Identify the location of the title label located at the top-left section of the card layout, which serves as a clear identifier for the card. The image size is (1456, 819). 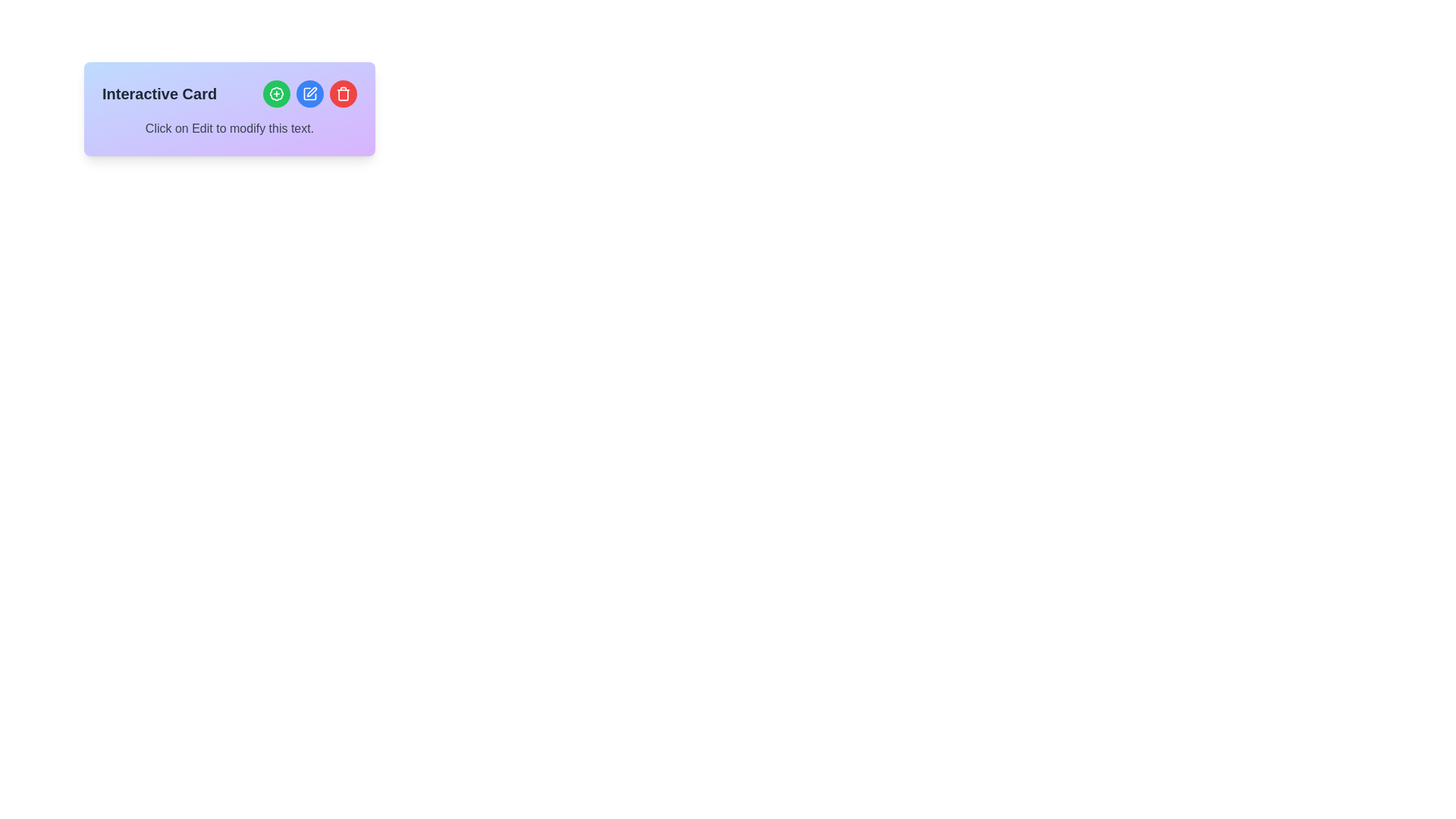
(159, 93).